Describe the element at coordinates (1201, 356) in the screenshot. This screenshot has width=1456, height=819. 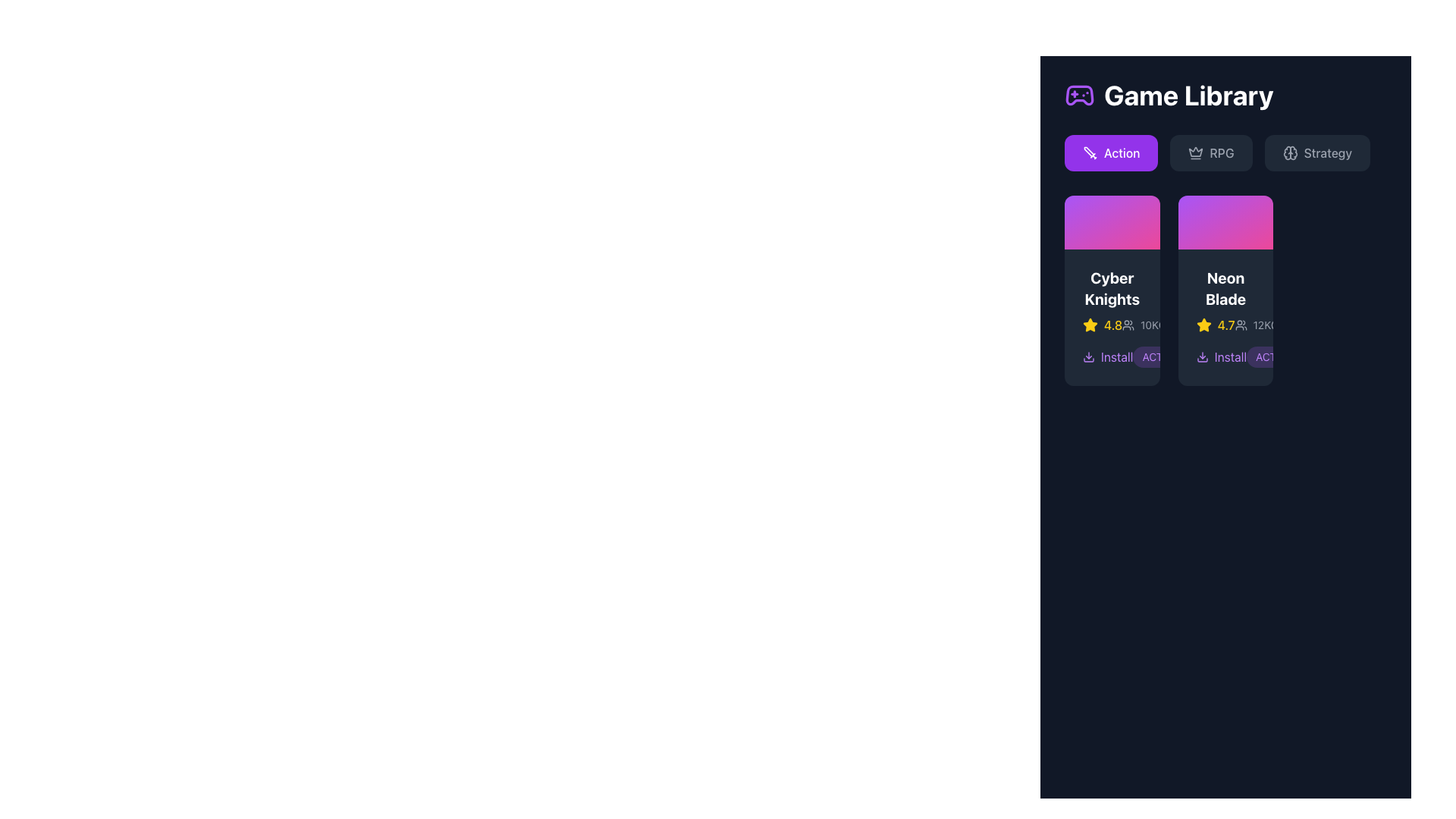
I see `the gray-to-purple gradient downward-facing arrow icon in the 'Neon Blade' game card section to initiate a download` at that location.